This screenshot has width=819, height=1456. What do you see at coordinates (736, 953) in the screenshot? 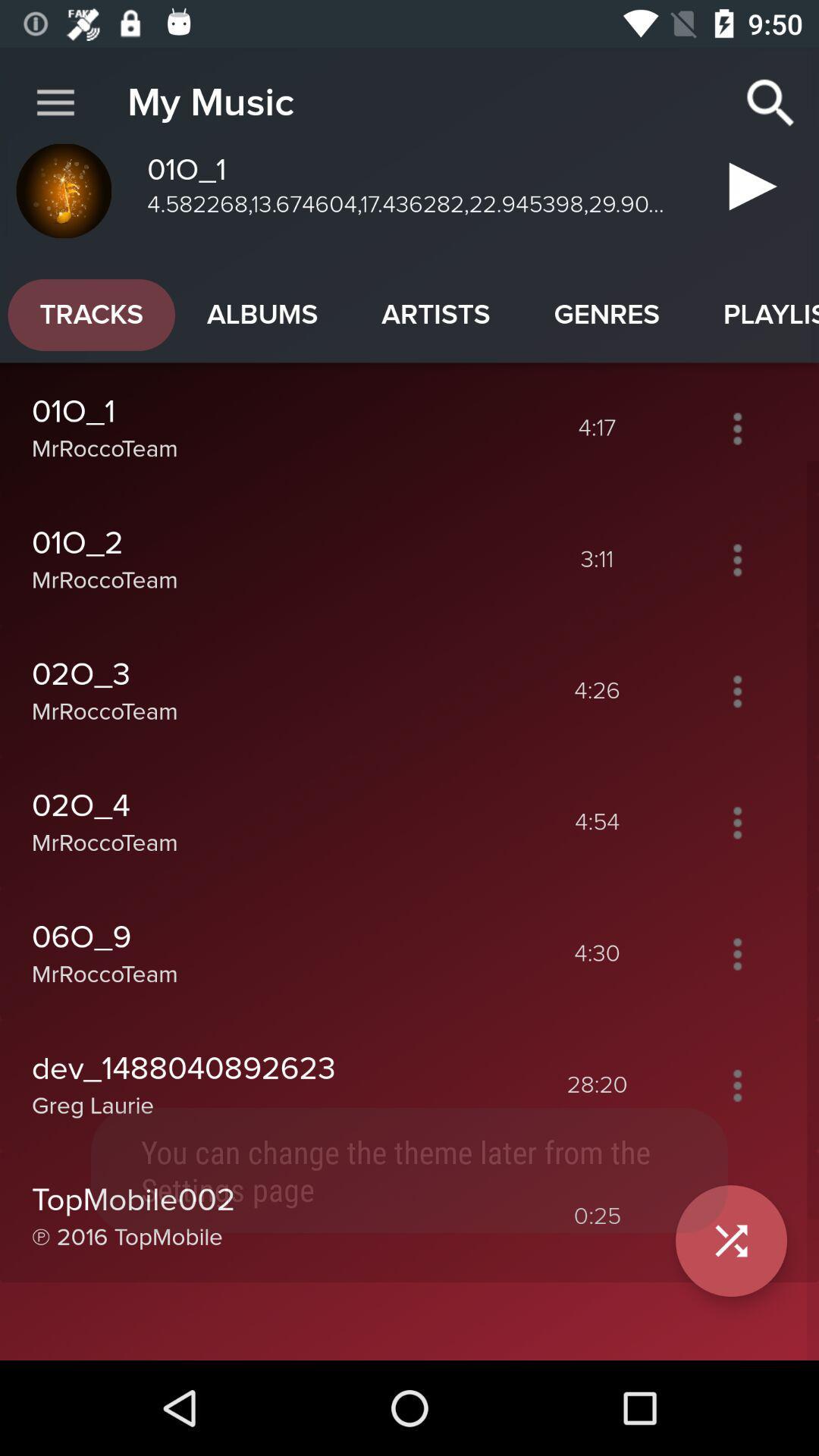
I see `open list item context menu` at bounding box center [736, 953].